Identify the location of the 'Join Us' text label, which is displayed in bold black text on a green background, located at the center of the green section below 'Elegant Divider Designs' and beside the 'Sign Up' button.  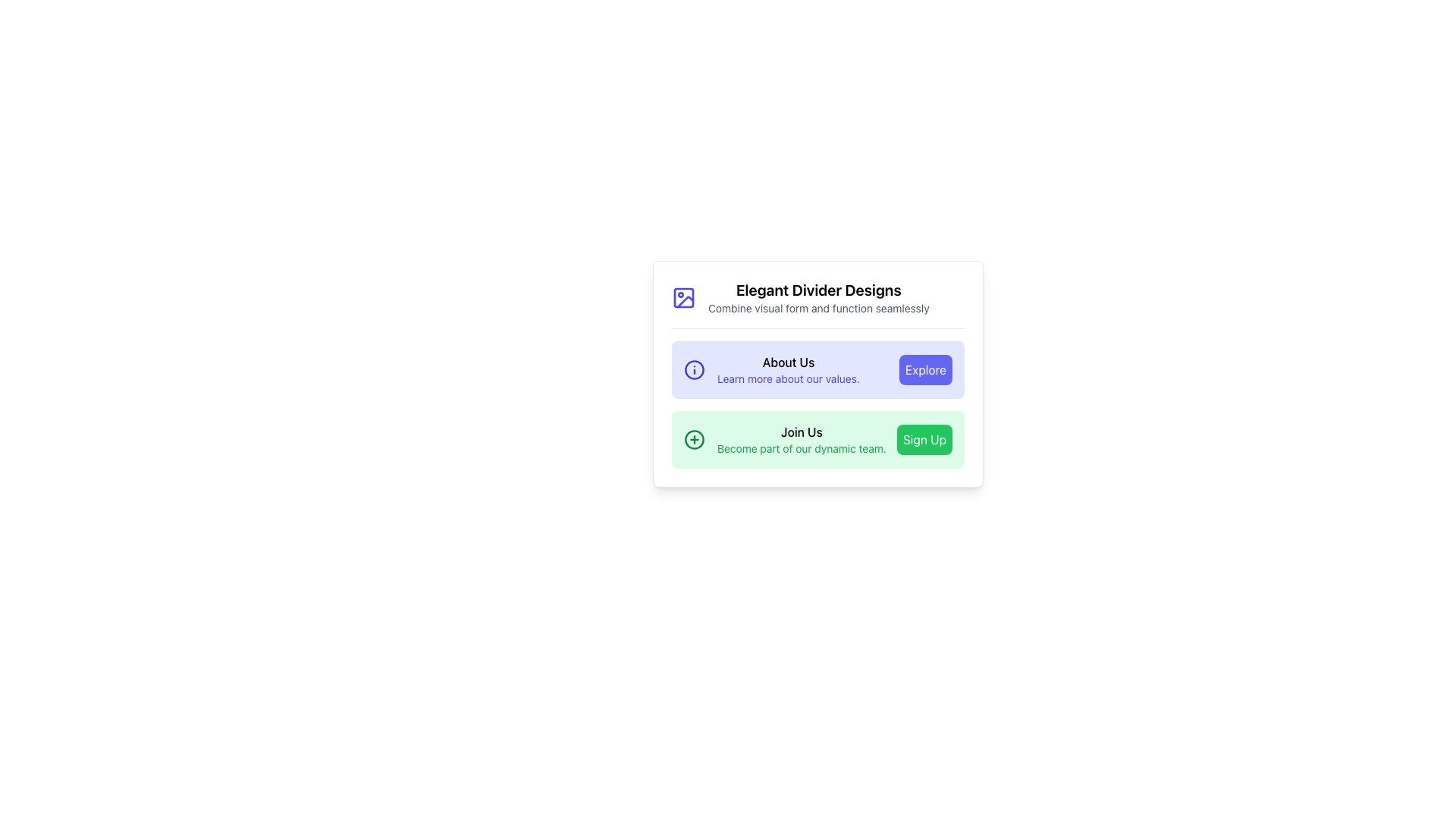
(801, 432).